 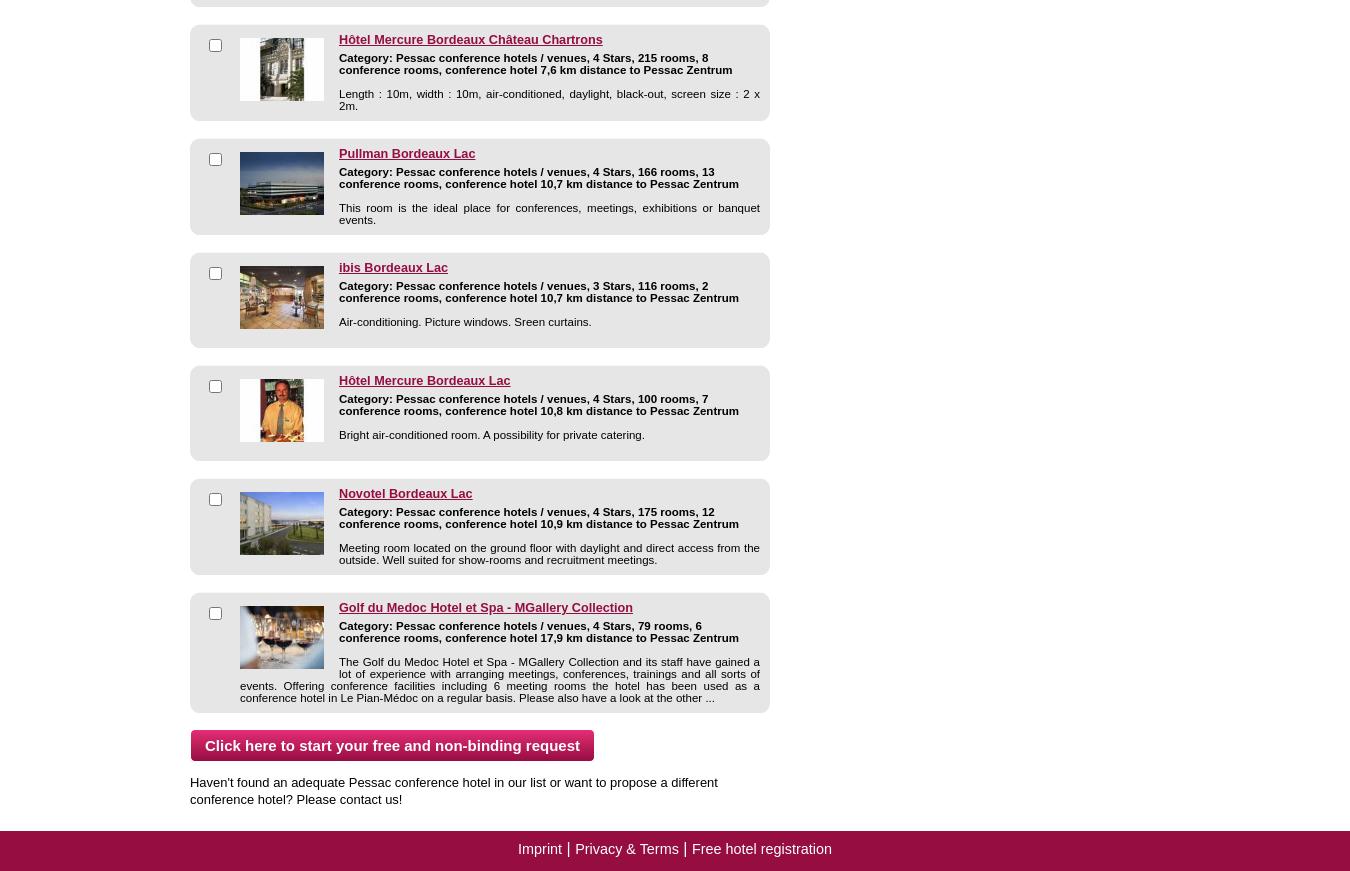 What do you see at coordinates (338, 404) in the screenshot?
I see `'Category: Pessac conference hotels / venues, 4 Stars, 100 rooms, 7 conference rooms, conference hotel  10,8 km distance to Pessac Zentrum'` at bounding box center [338, 404].